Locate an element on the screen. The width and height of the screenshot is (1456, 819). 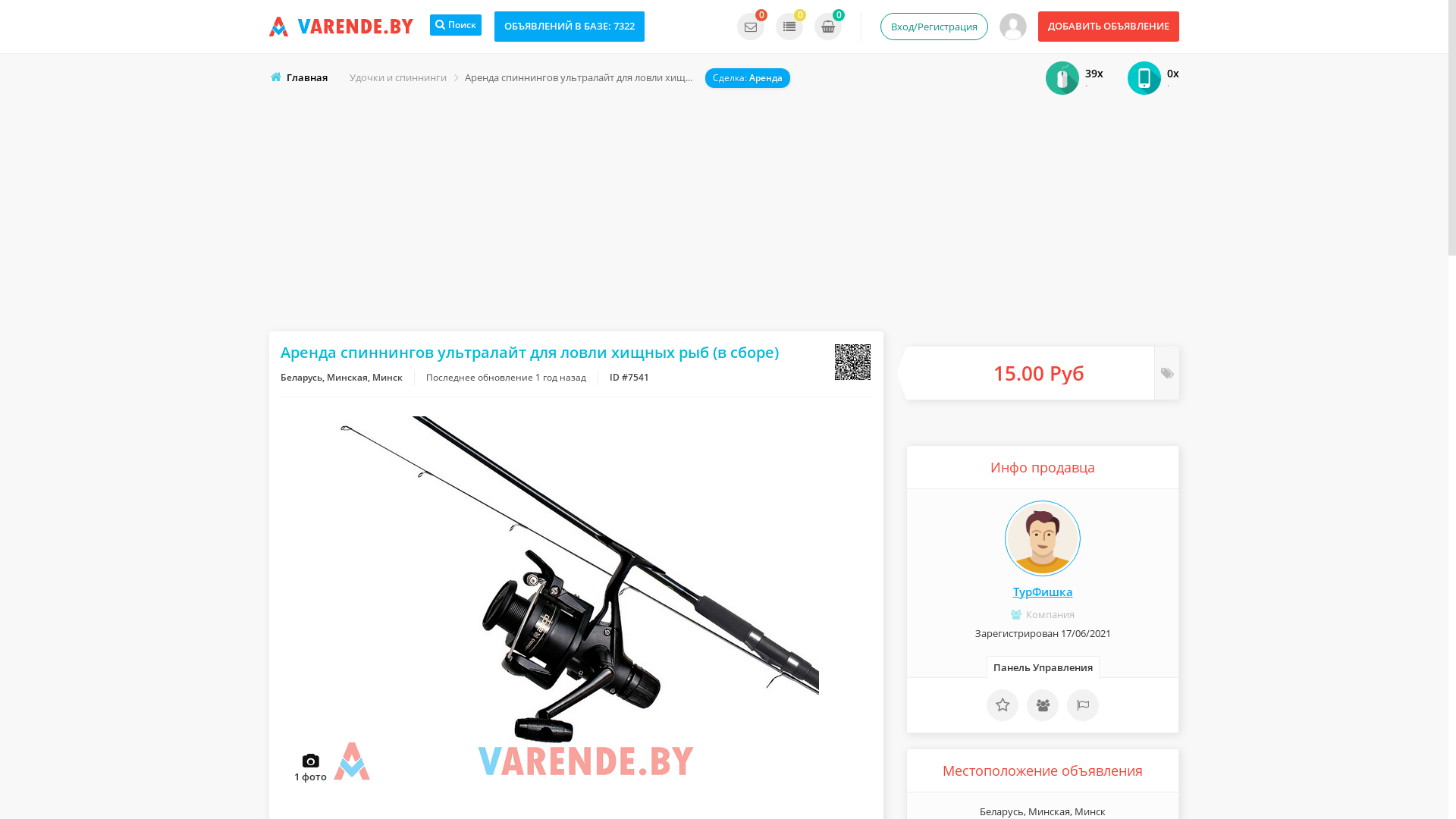
'0' is located at coordinates (750, 26).